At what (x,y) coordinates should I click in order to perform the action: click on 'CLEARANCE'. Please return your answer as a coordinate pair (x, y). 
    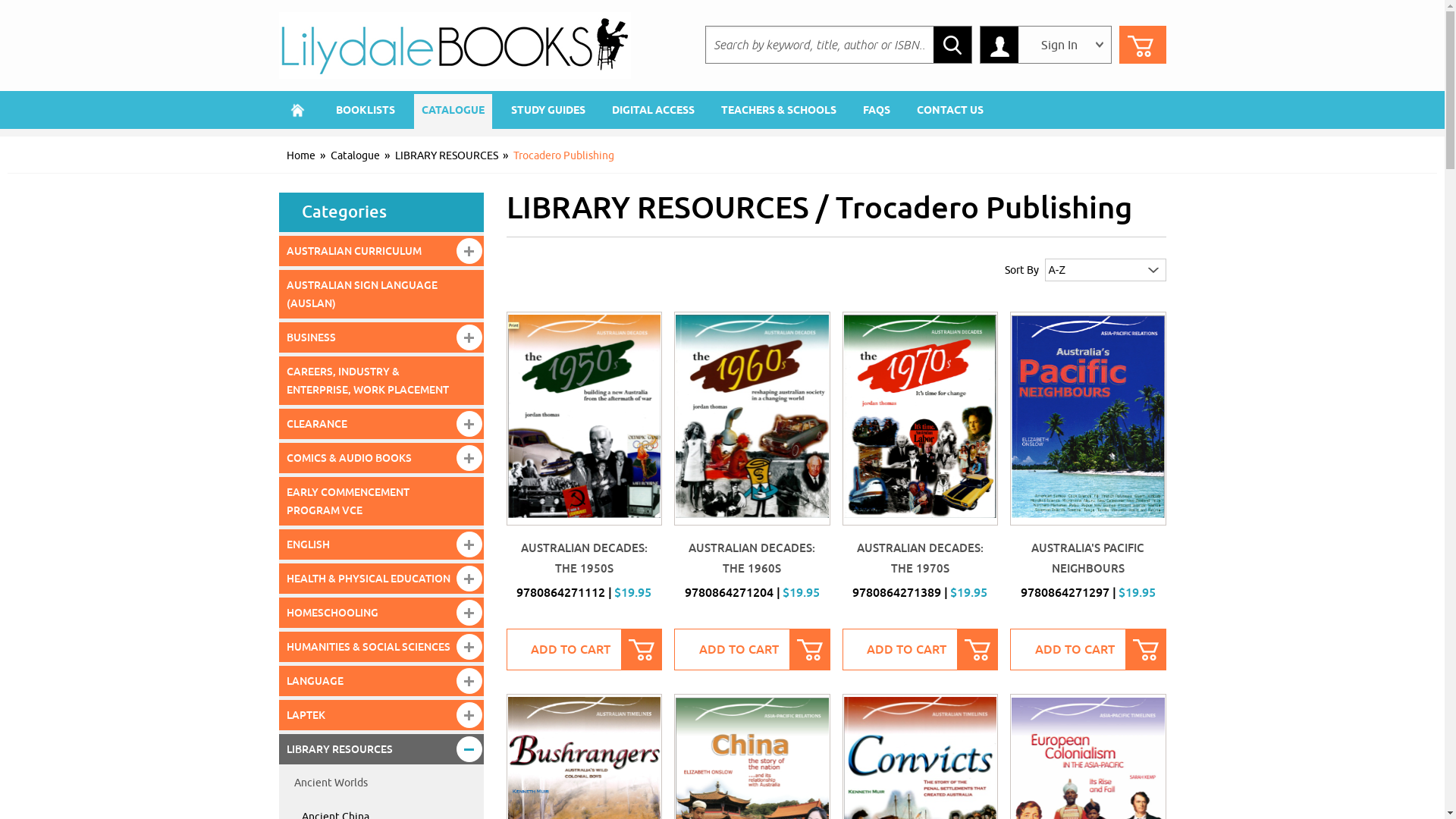
    Looking at the image, I should click on (381, 424).